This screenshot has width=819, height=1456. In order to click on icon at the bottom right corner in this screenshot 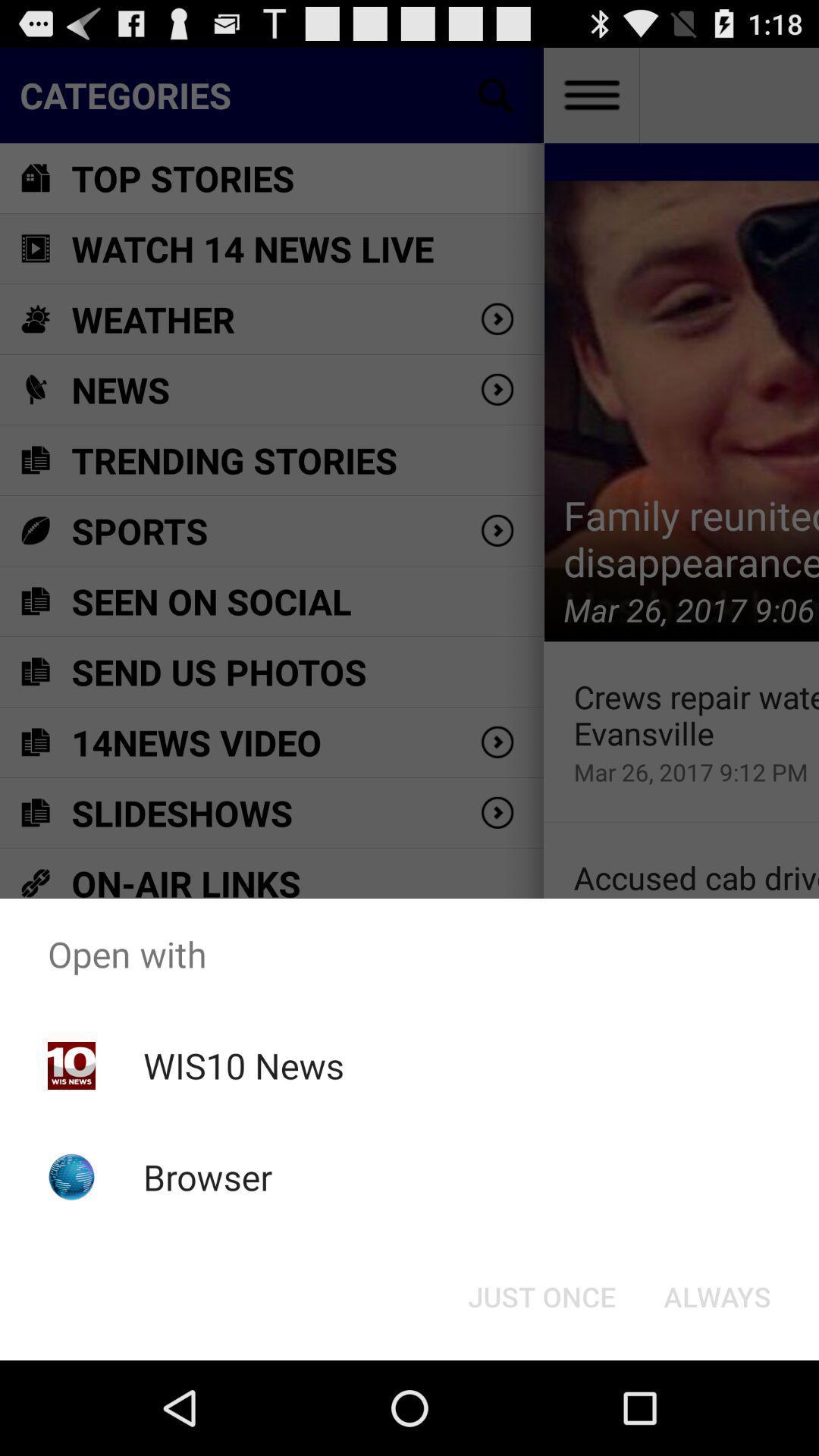, I will do `click(717, 1295)`.